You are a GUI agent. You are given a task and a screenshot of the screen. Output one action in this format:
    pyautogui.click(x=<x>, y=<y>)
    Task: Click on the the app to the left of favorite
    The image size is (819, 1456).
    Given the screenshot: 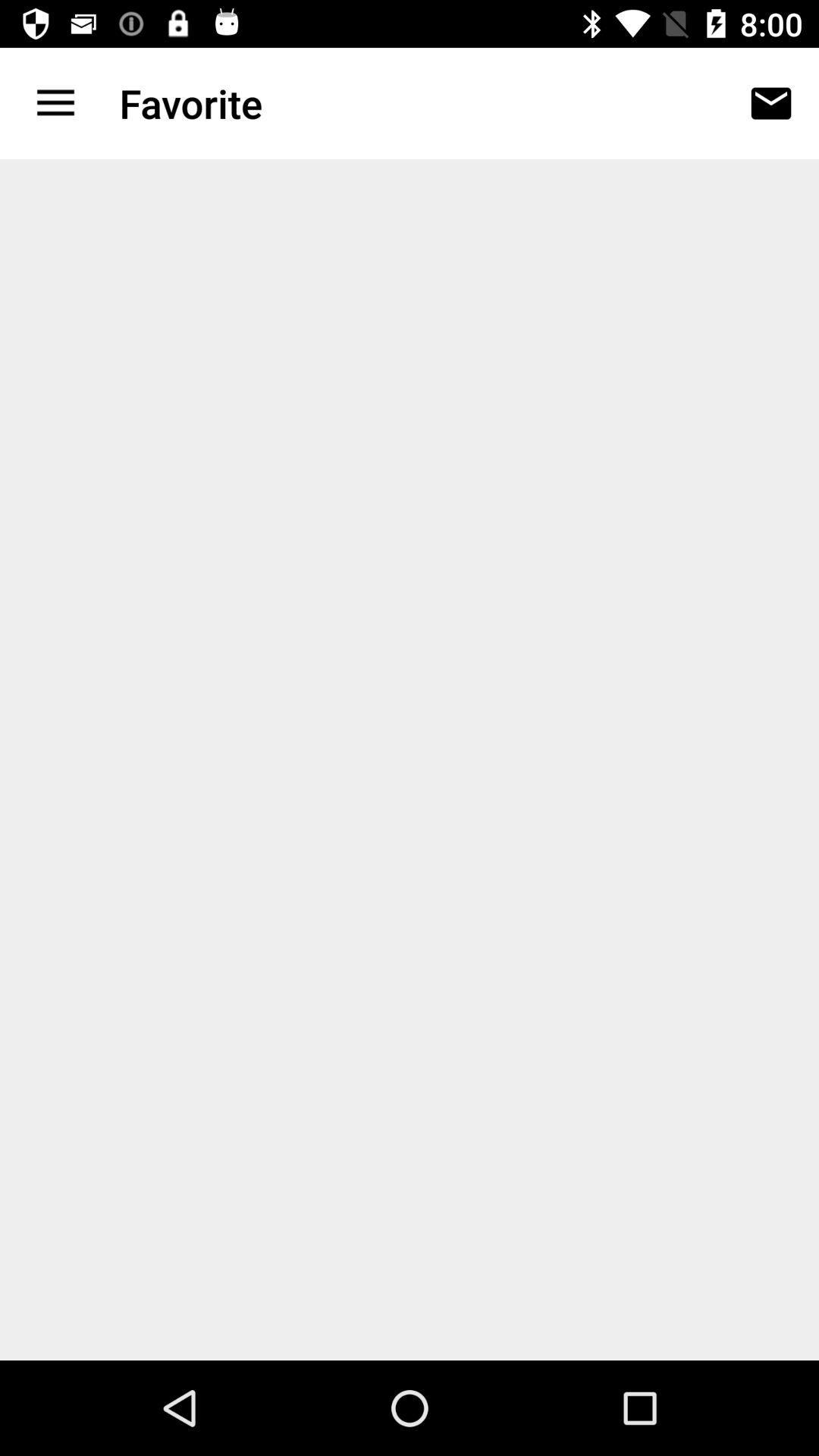 What is the action you would take?
    pyautogui.click(x=55, y=102)
    